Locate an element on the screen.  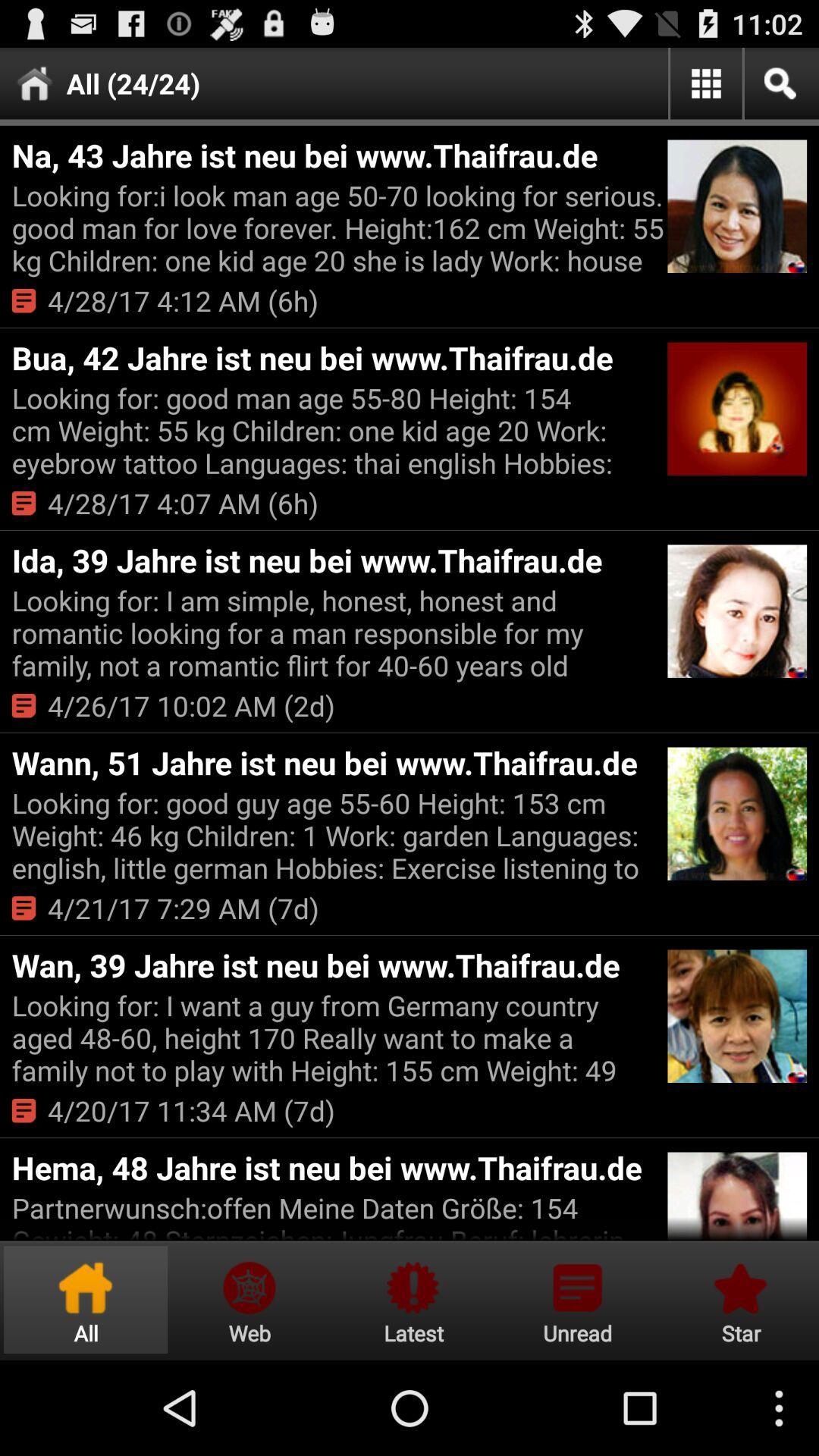
the app below the partnerwunsch offen meine icon is located at coordinates (413, 1299).